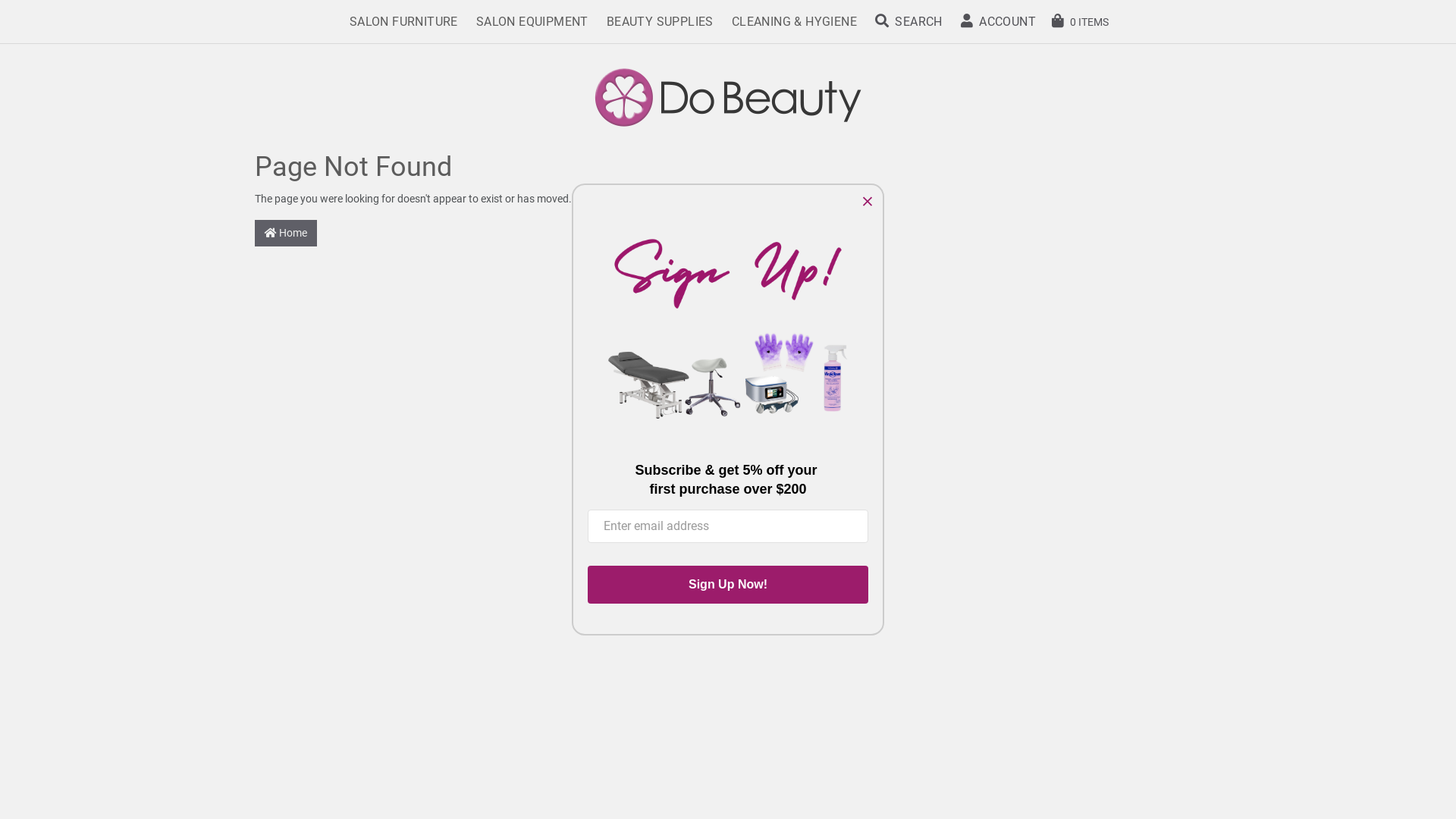  Describe the element at coordinates (532, 22) in the screenshot. I see `'SALON EQUIPMENT'` at that location.